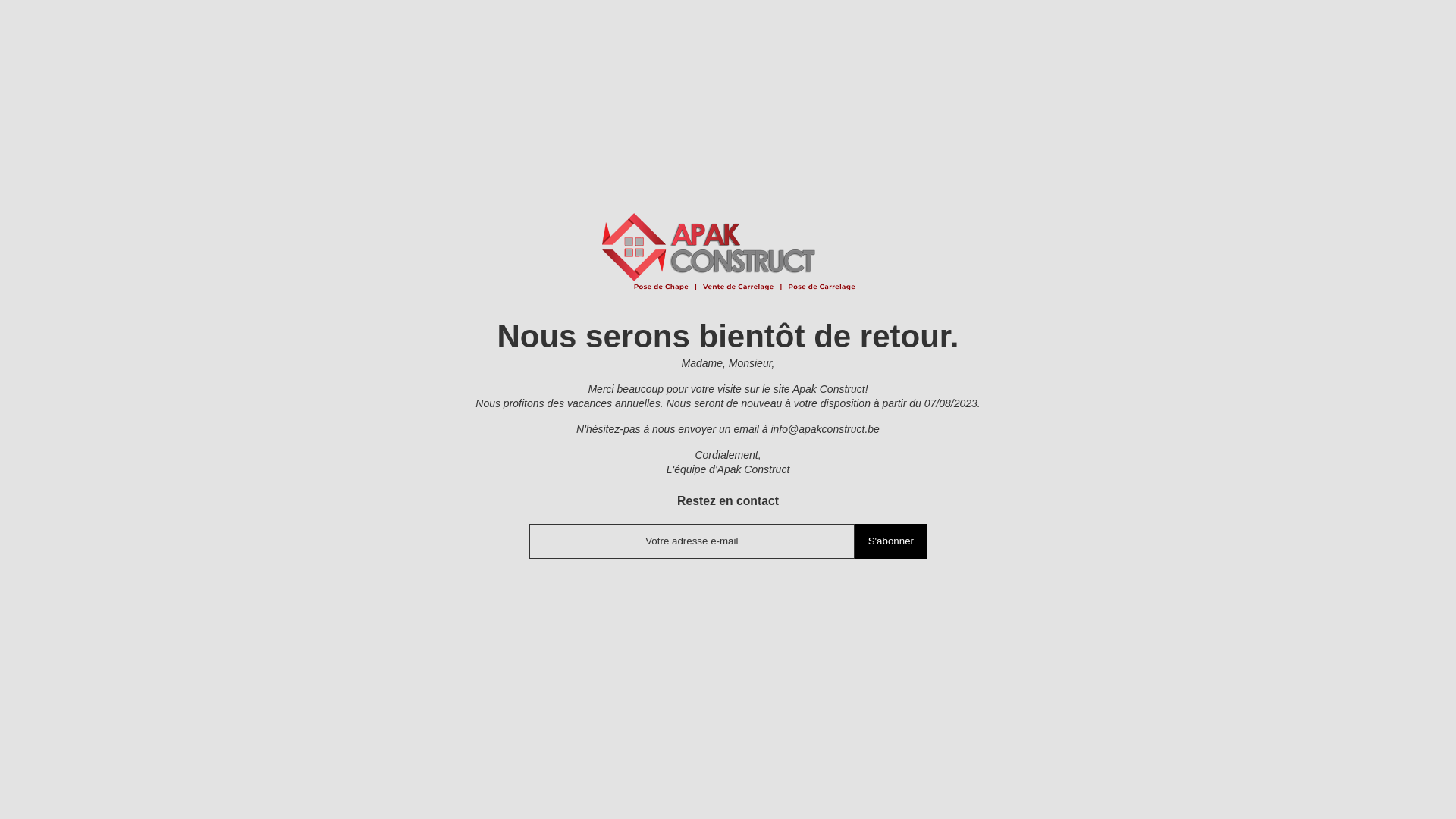  I want to click on 'S'abonner', so click(890, 540).